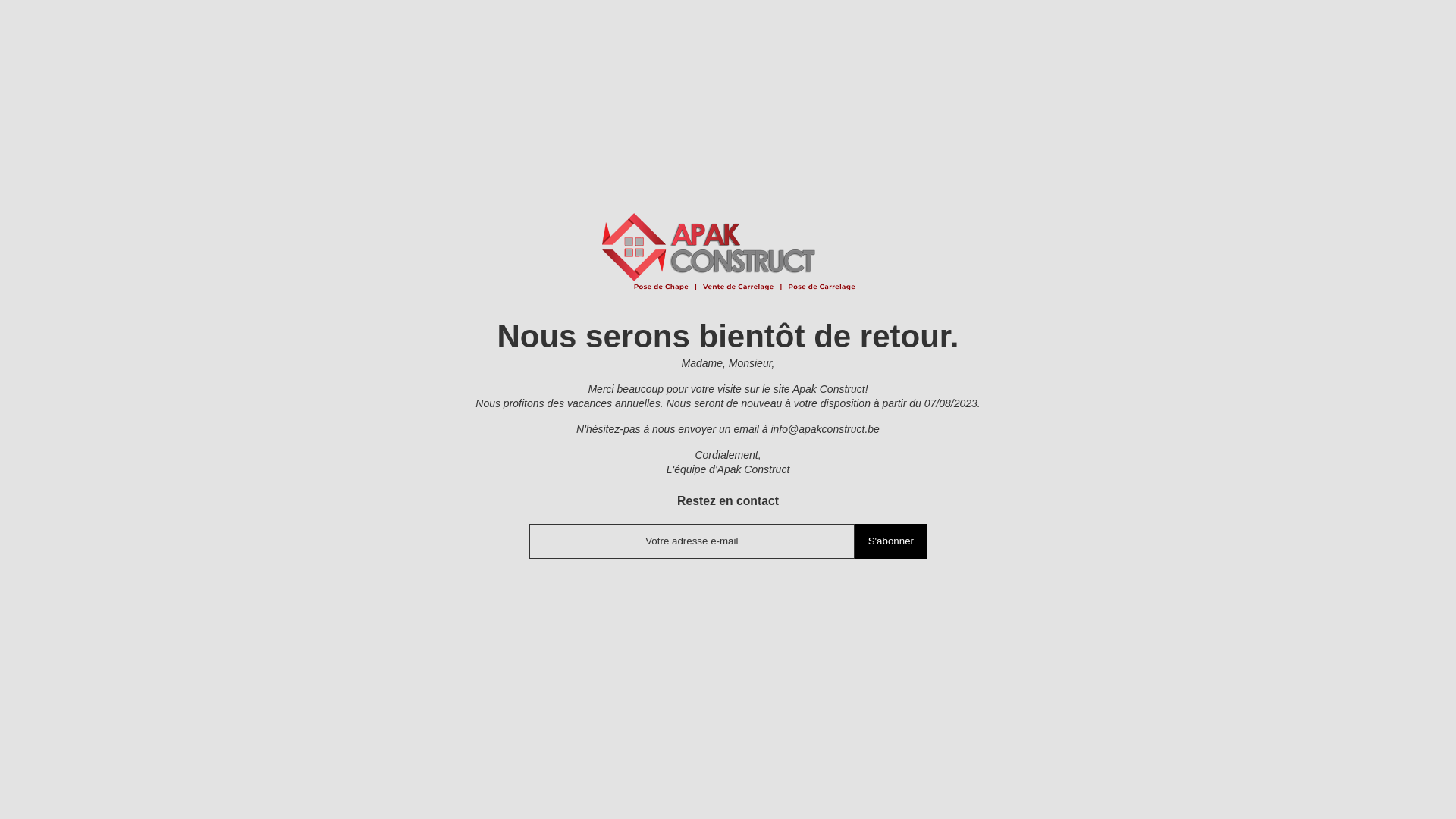  I want to click on 'S'abonner', so click(890, 540).